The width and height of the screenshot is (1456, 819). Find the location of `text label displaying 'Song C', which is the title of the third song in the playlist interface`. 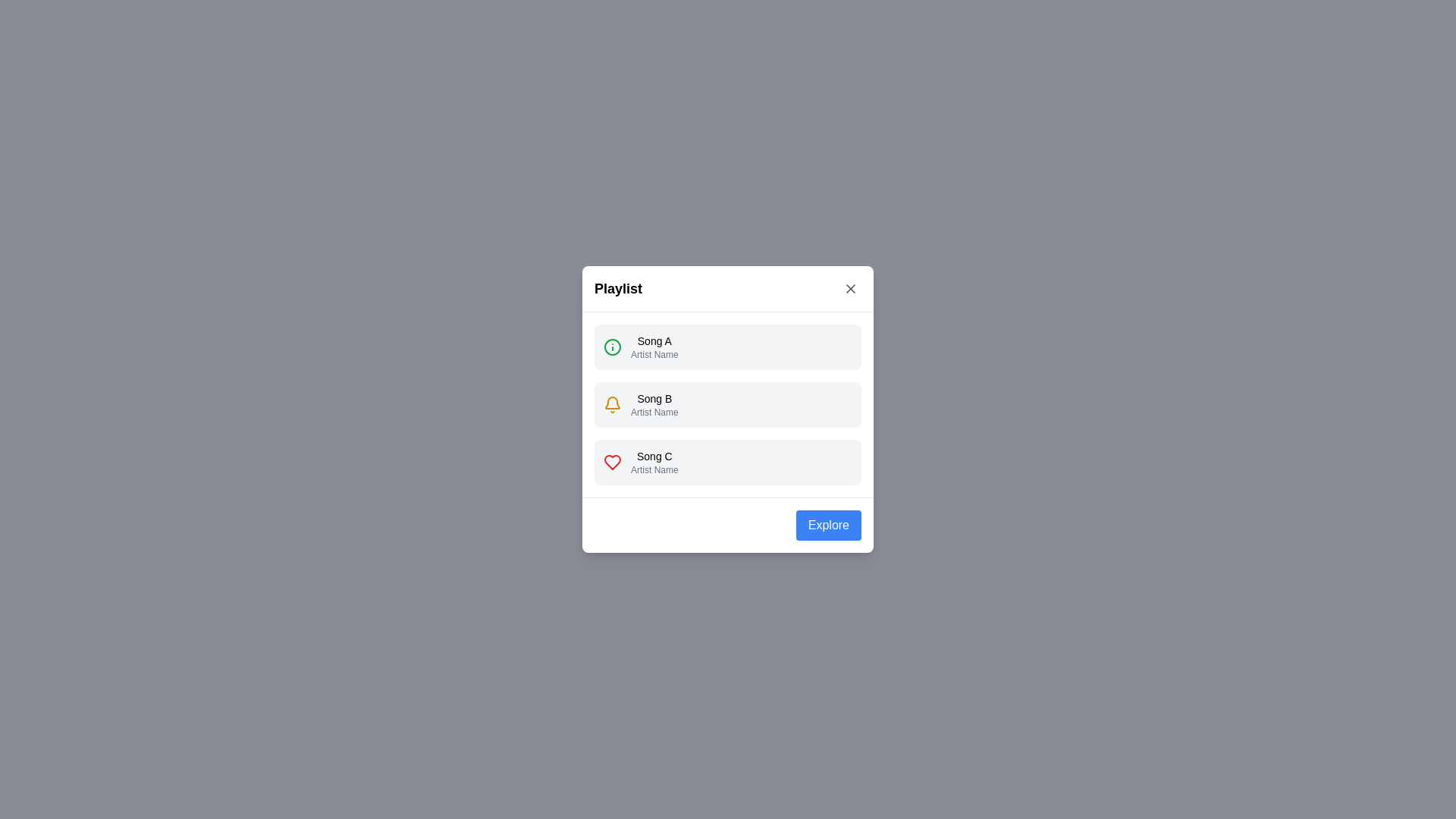

text label displaying 'Song C', which is the title of the third song in the playlist interface is located at coordinates (654, 455).